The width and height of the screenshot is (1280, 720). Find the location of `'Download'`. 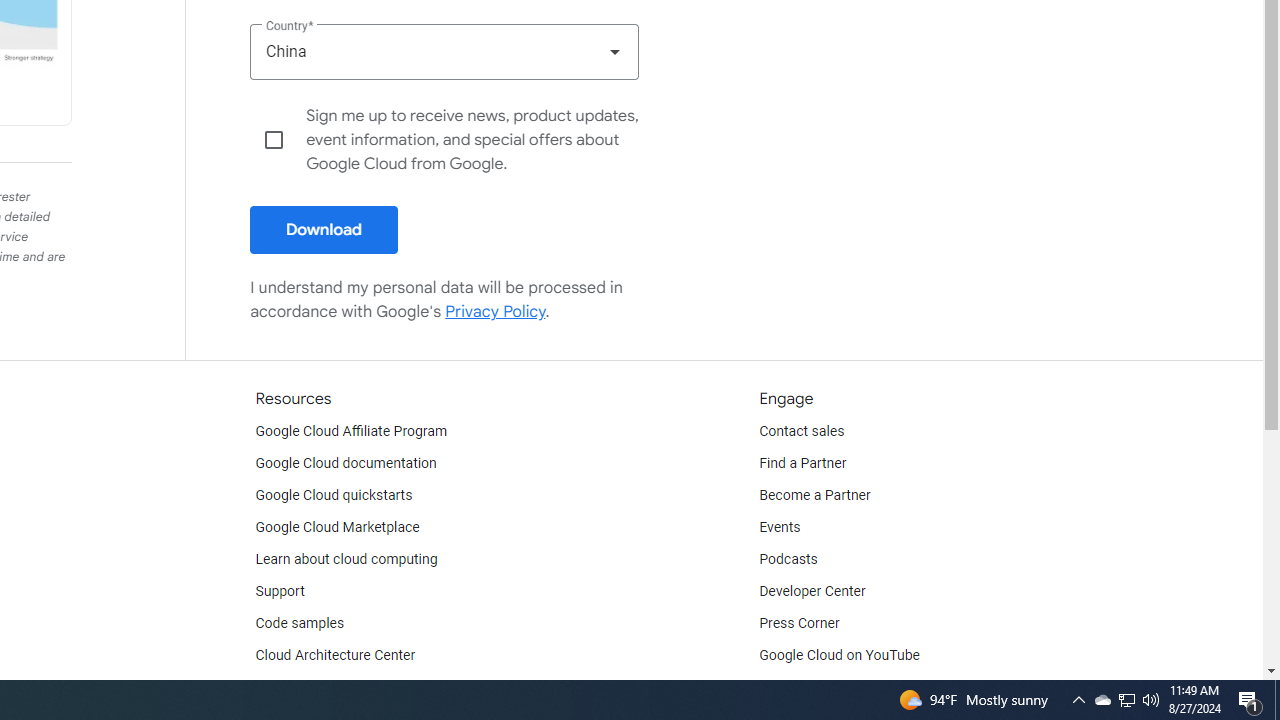

'Download' is located at coordinates (324, 229).